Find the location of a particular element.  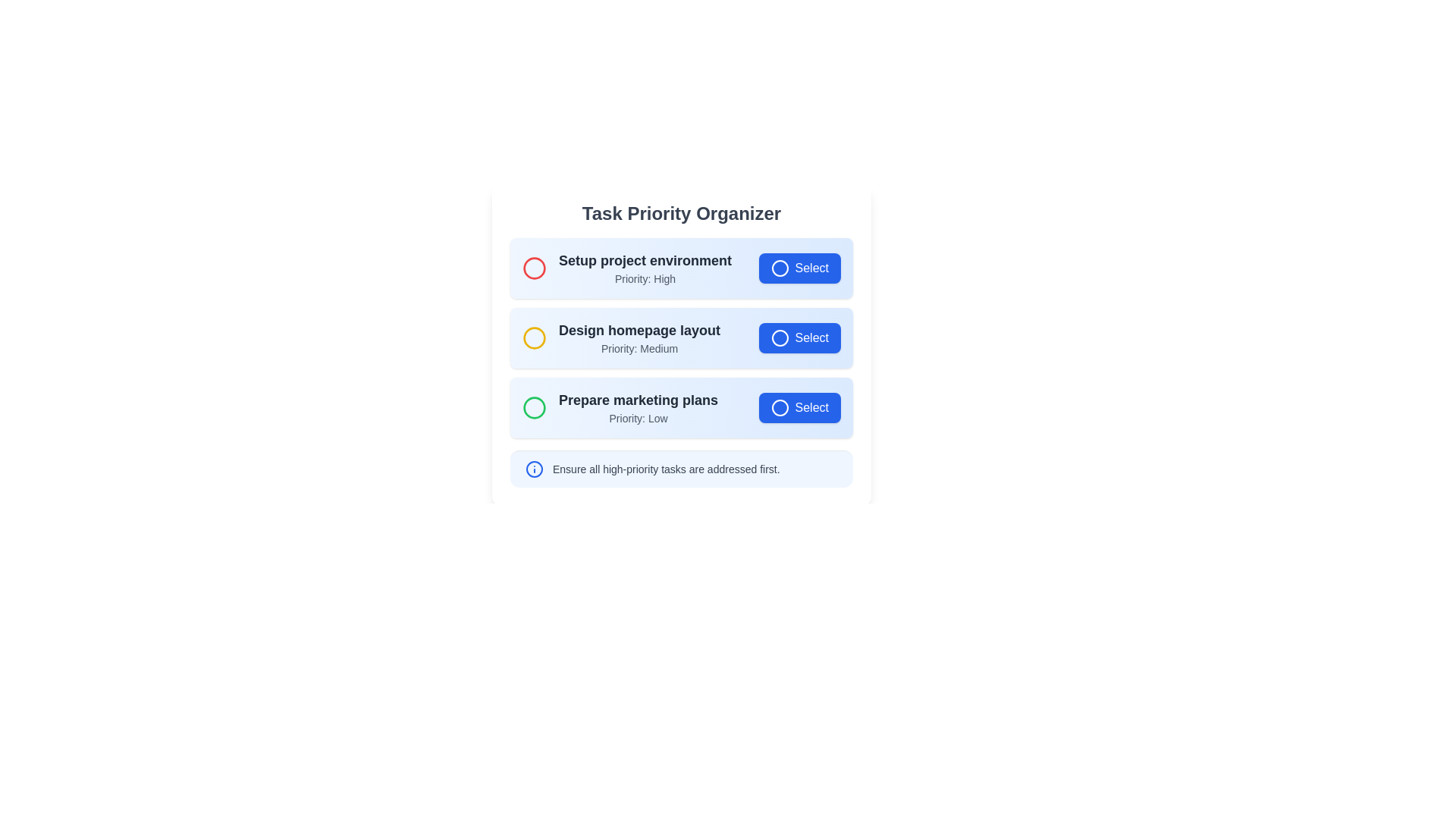

the text label displaying 'Prepare marketing plans' in bold dark gray color, which is the main text label of the third list item is located at coordinates (639, 400).